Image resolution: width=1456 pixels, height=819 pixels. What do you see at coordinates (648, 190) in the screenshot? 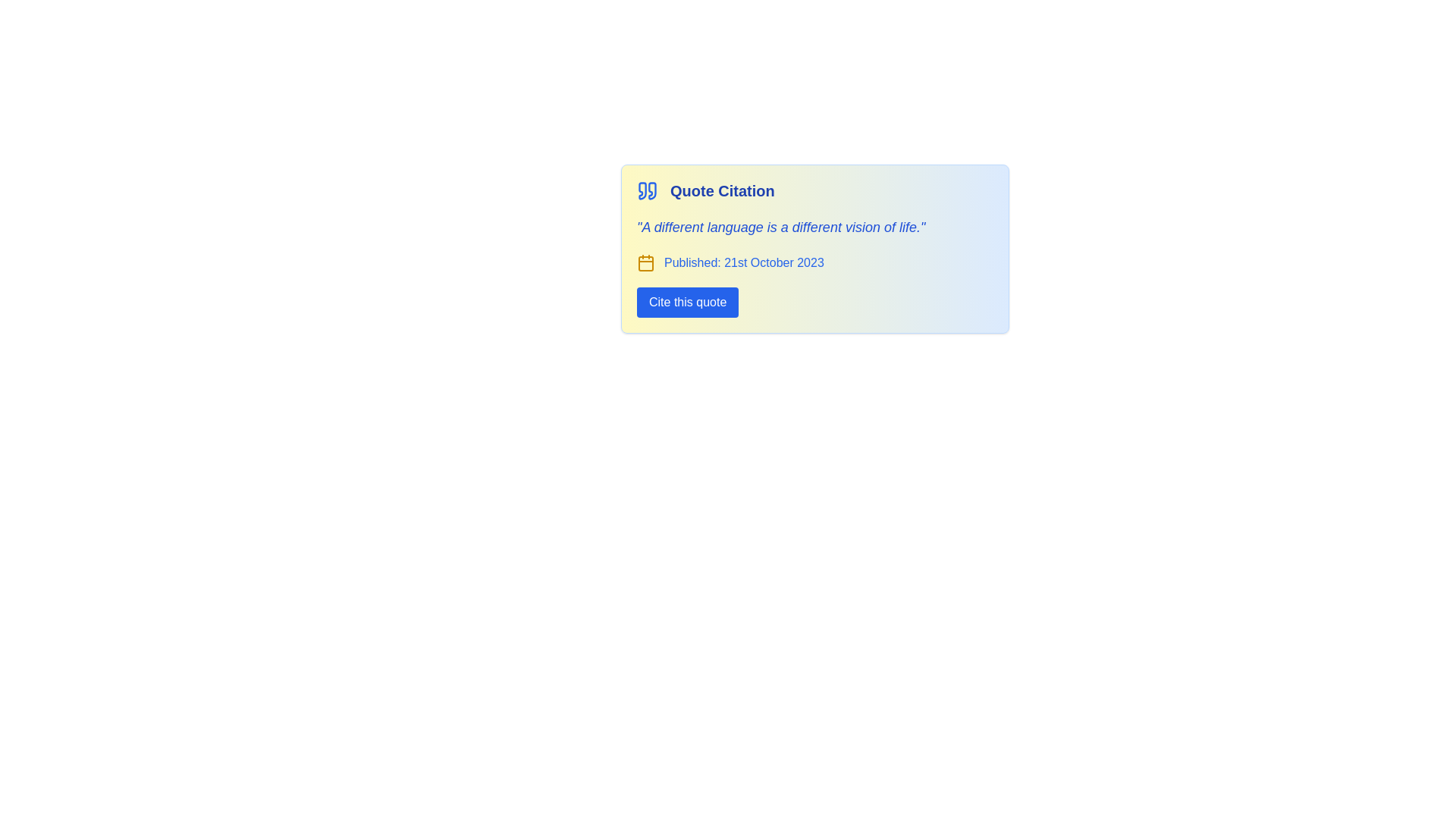
I see `the blue quotation marks SVG icon located to the left of the 'Quote Citation' title text at the top-left of the main content box` at bounding box center [648, 190].